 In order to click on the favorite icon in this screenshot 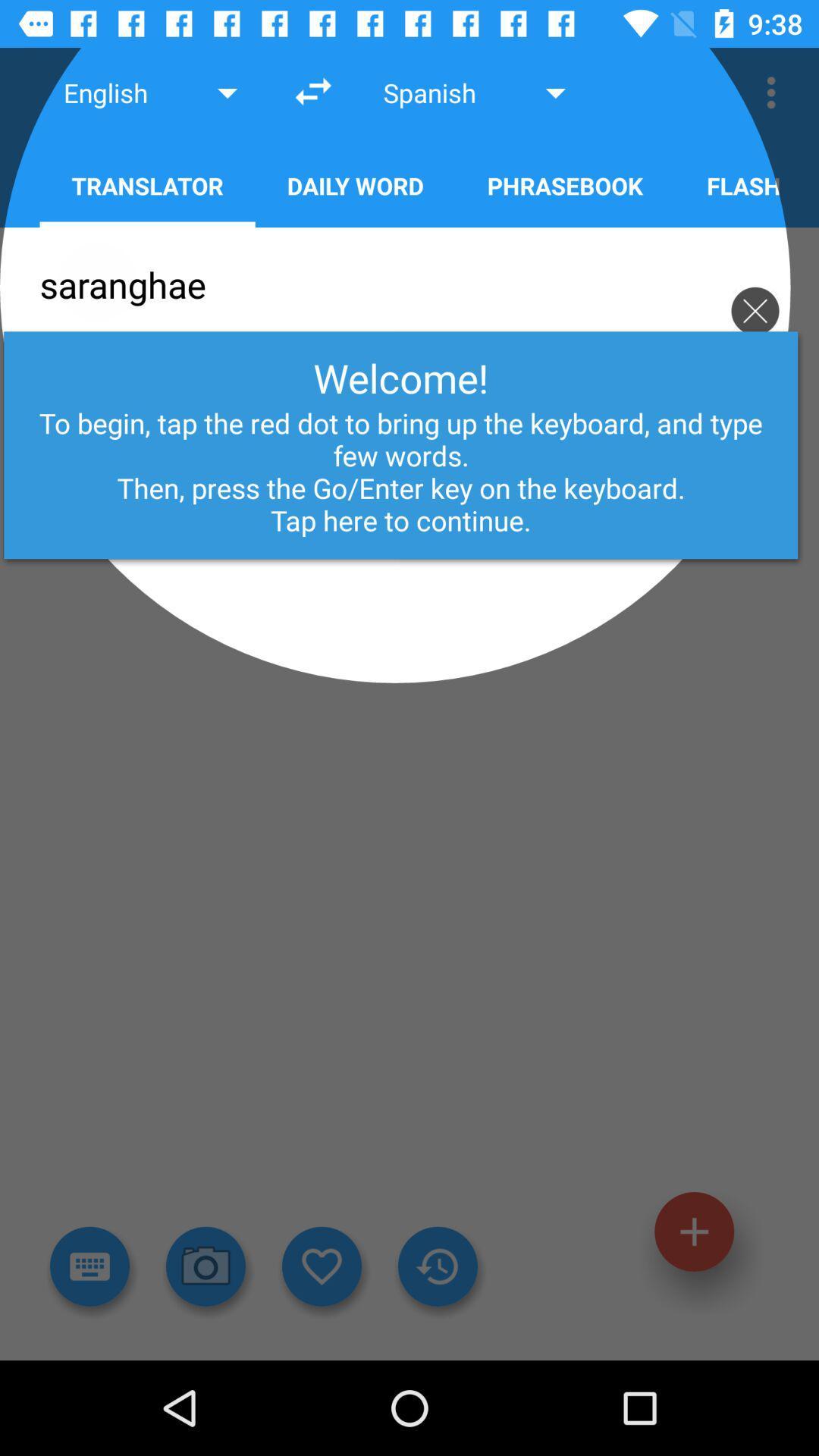, I will do `click(321, 1266)`.